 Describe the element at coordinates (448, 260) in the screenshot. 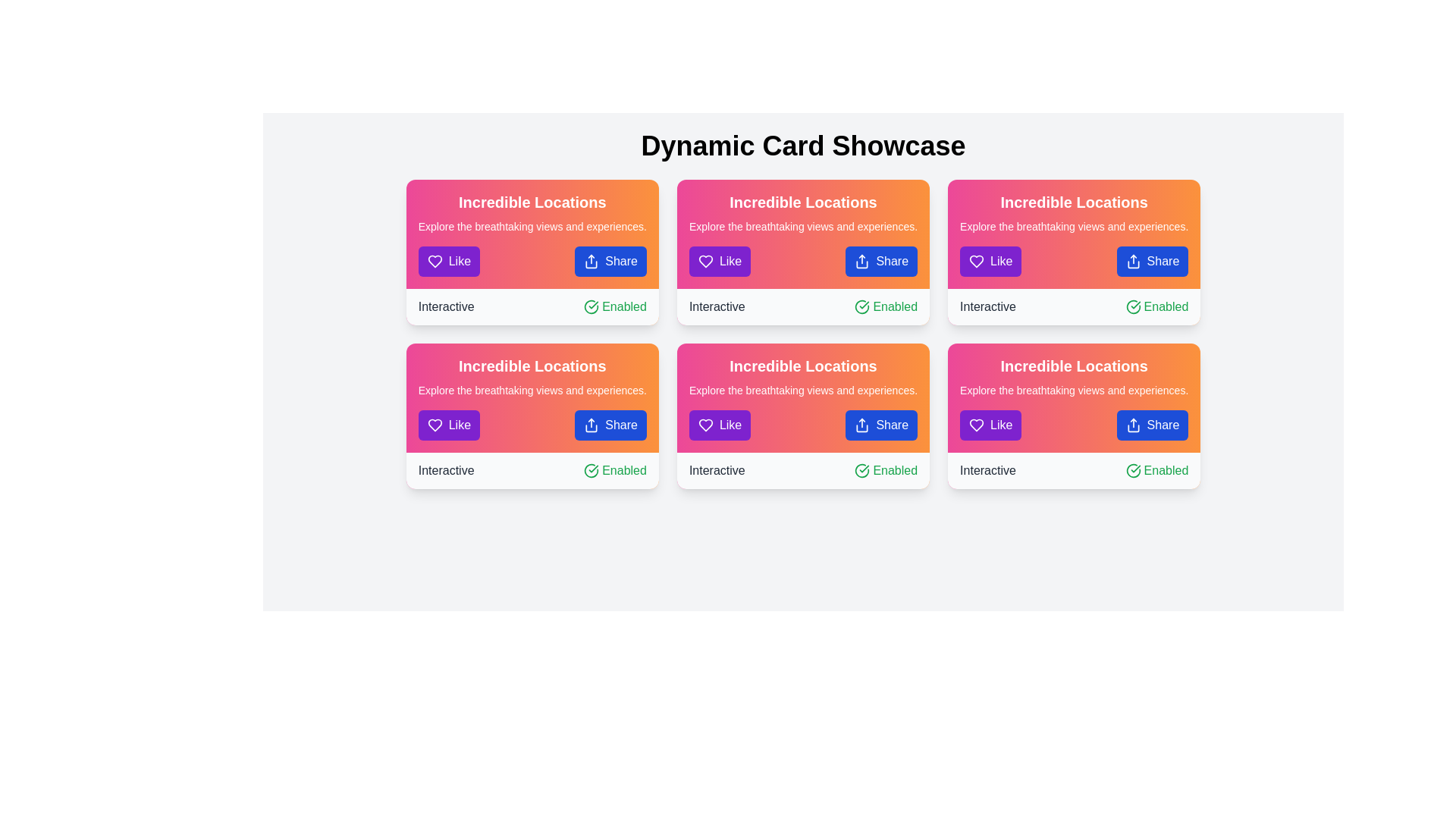

I see `the 'Like' button with a purple background and heart icon located in the first card of the top row under 'Incredible Locations' to like the content` at that location.